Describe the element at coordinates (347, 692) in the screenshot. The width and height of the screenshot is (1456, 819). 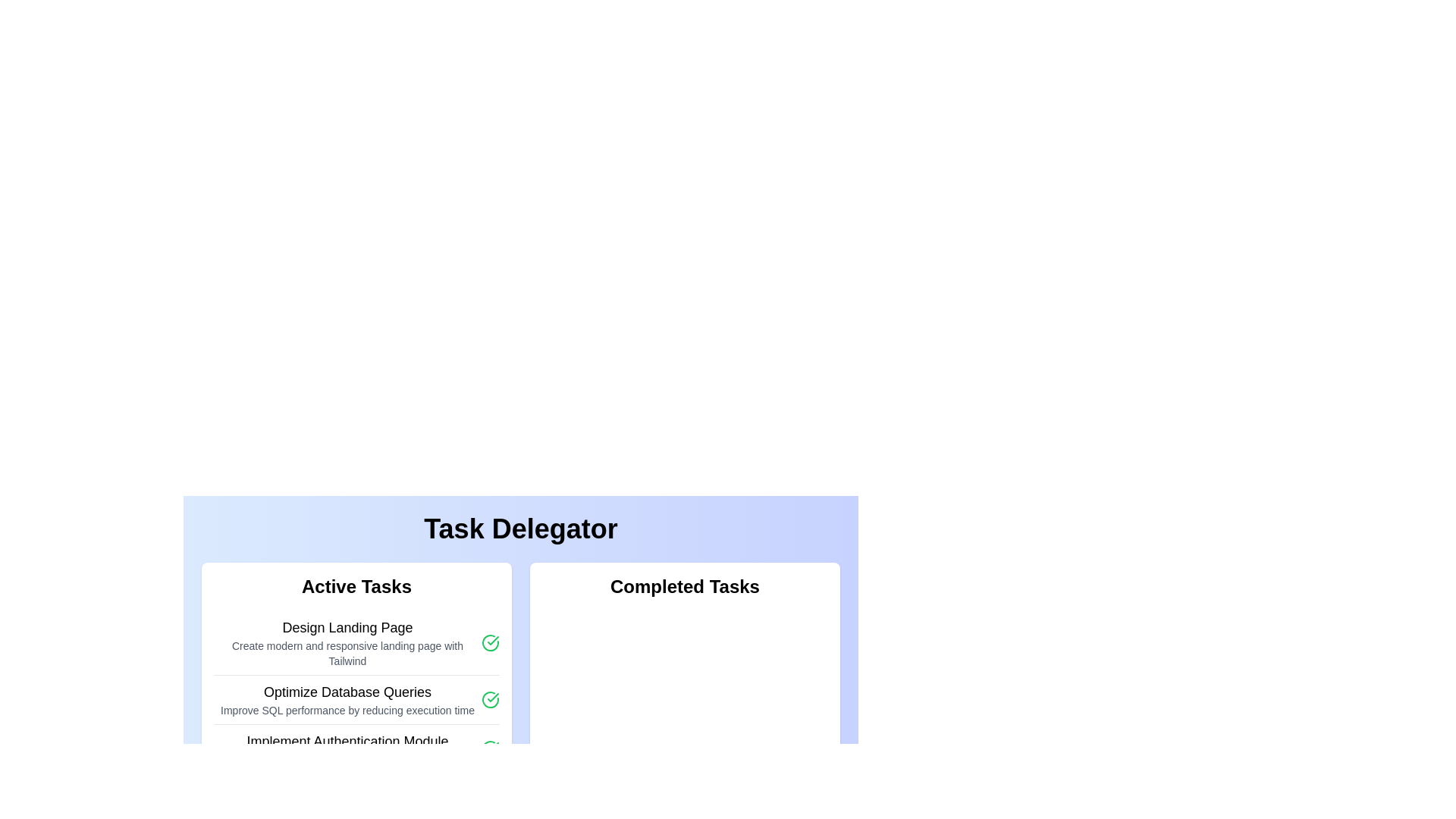
I see `heading text 'Optimize Database Queries' located under the 'Active Tasks' section, which is styled prominently and is the second task in the vertical list` at that location.